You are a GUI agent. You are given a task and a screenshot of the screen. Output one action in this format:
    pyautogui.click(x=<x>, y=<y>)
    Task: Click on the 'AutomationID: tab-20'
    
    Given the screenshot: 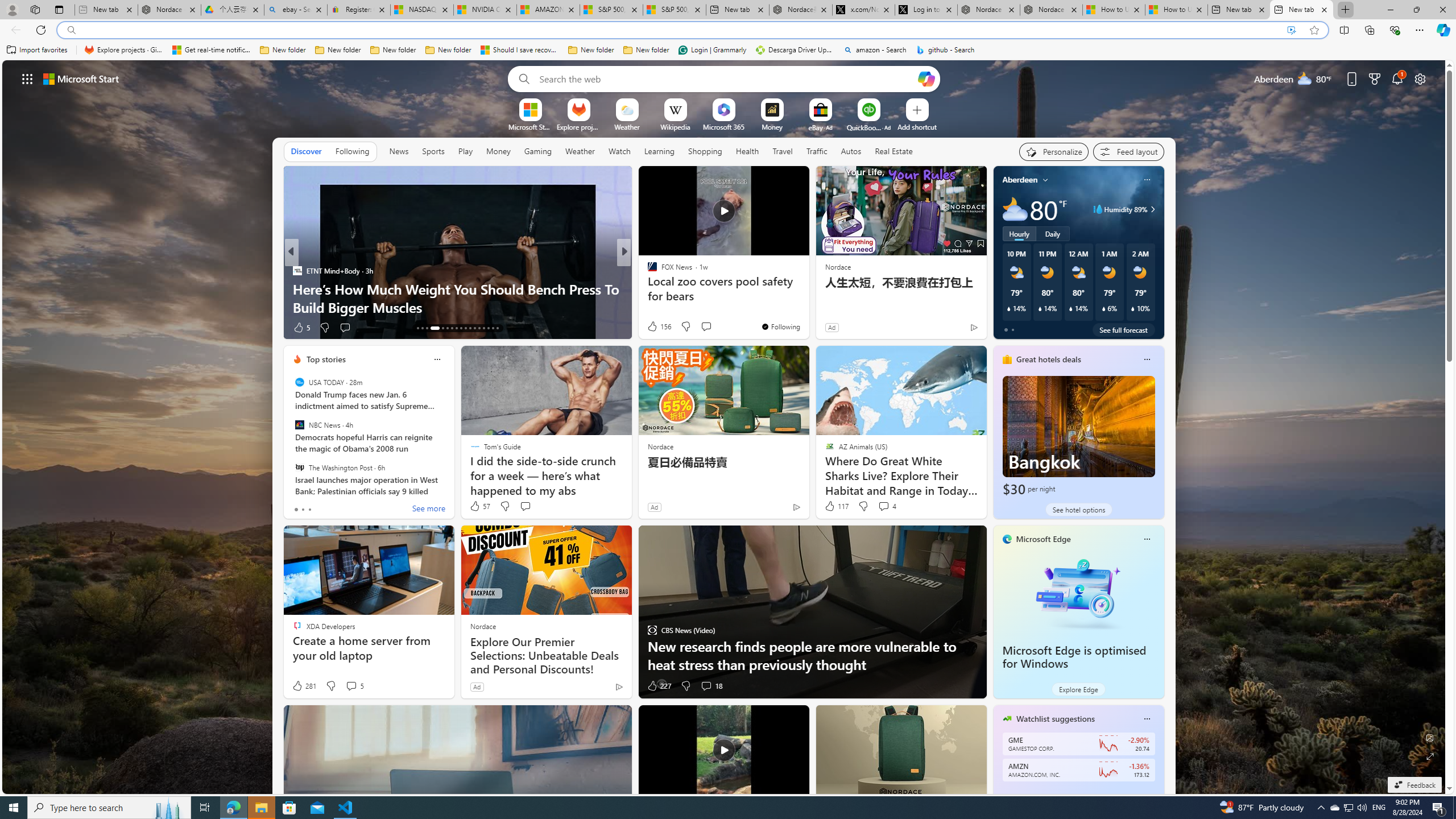 What is the action you would take?
    pyautogui.click(x=456, y=328)
    